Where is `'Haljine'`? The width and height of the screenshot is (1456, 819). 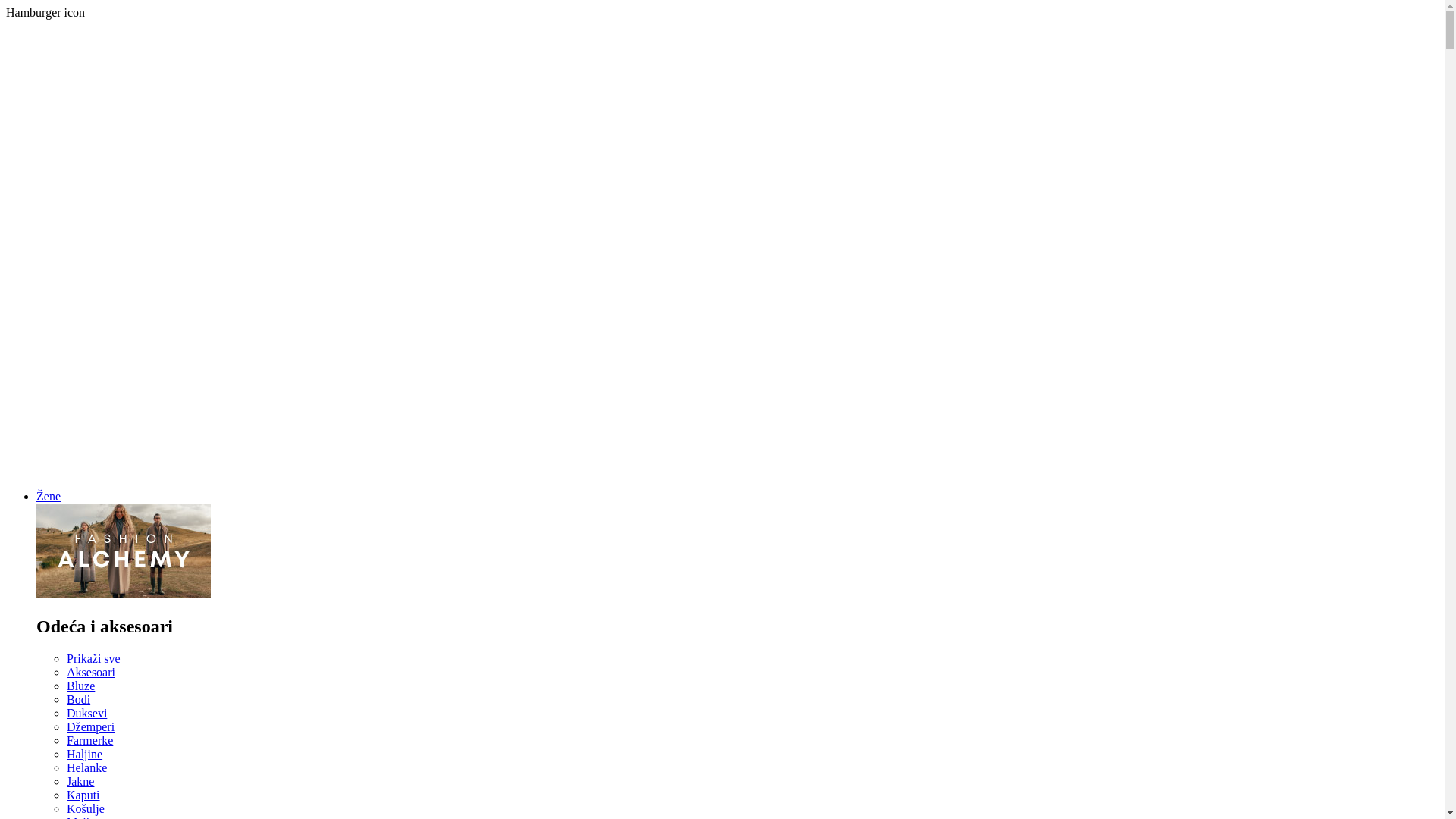 'Haljine' is located at coordinates (83, 754).